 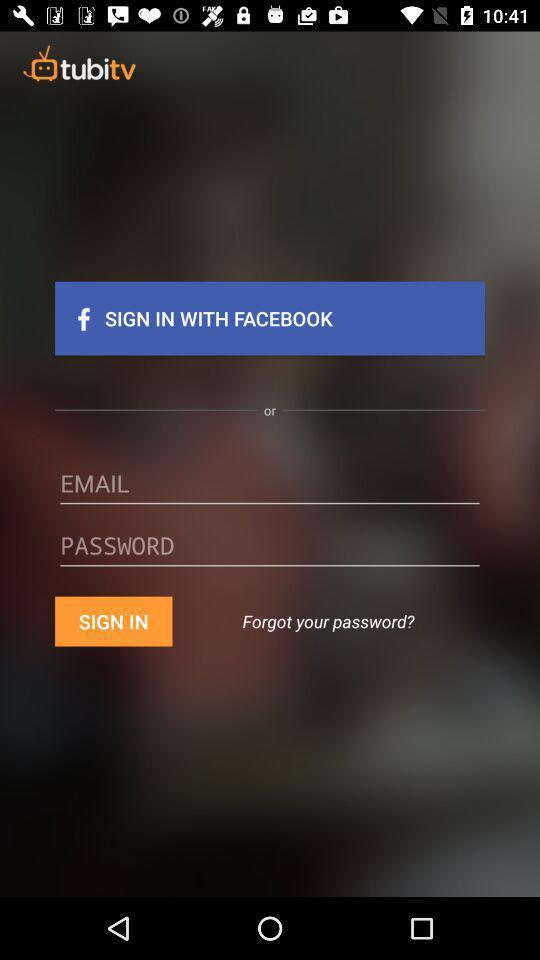 I want to click on email, so click(x=270, y=489).